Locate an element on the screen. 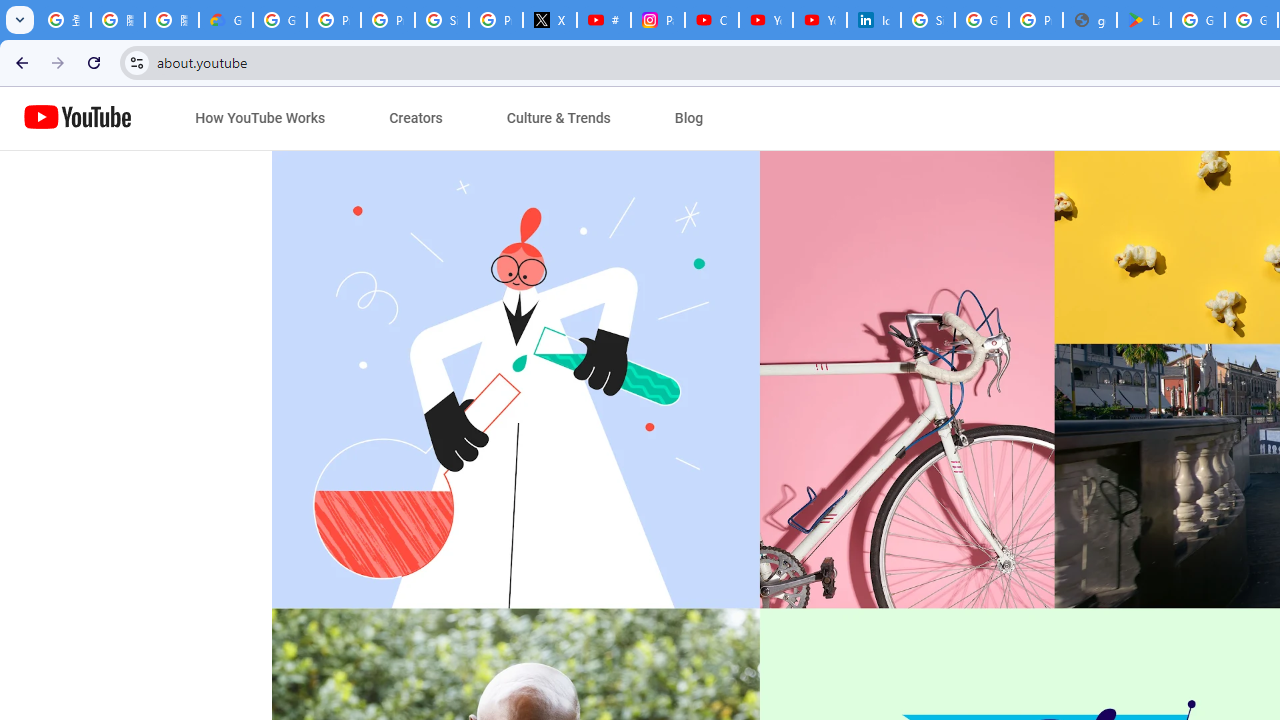 The image size is (1280, 720). 'Culture & Trends' is located at coordinates (558, 118).